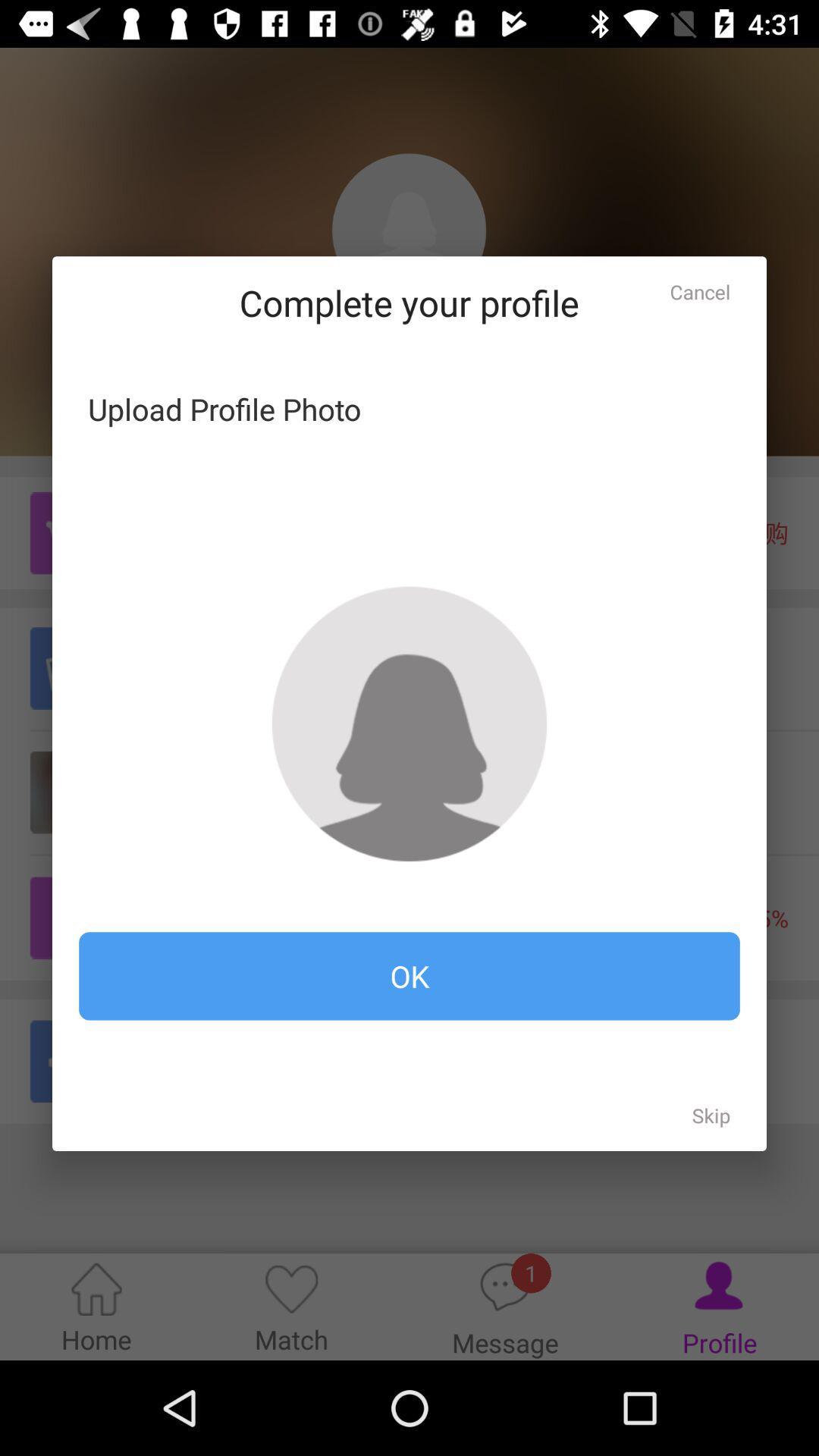 The width and height of the screenshot is (819, 1456). What do you see at coordinates (711, 1116) in the screenshot?
I see `icon below the ok item` at bounding box center [711, 1116].